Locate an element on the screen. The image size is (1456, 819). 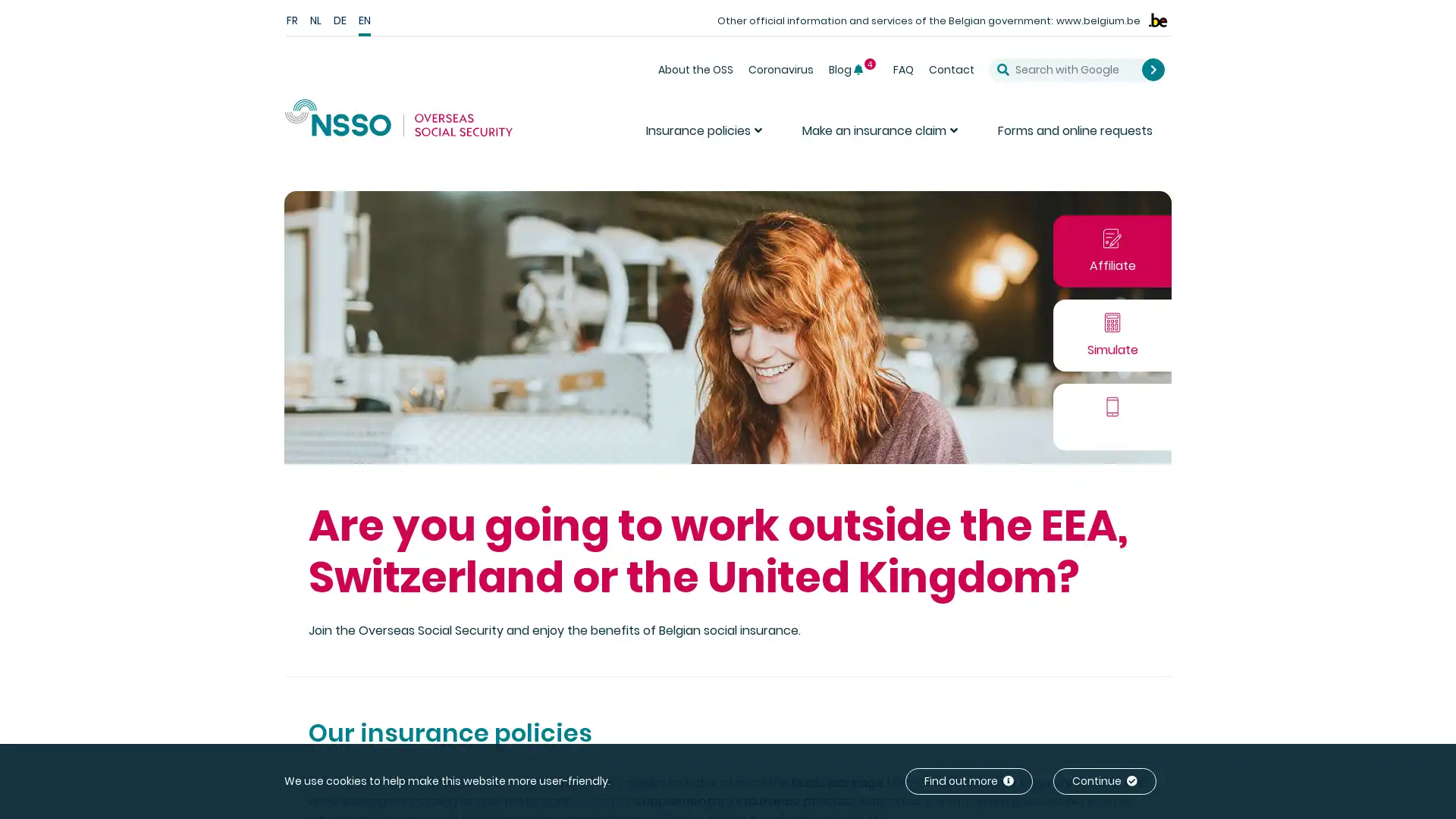
As a private individual is located at coordinates (1240, 262).